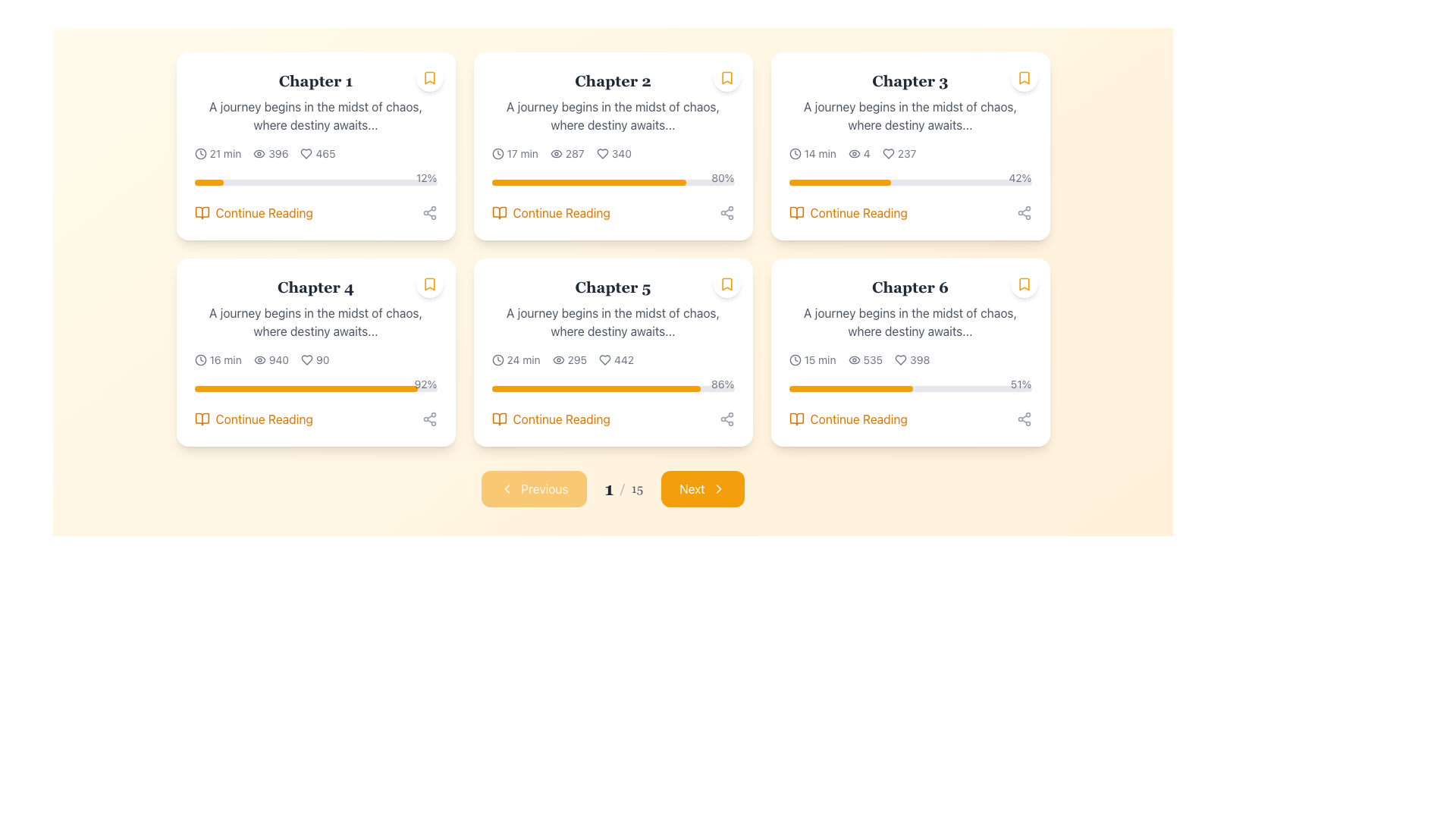 The width and height of the screenshot is (1456, 819). I want to click on the text block with heading and subtitle that provides a preview for Chapter 6, located in the lower right card of the grid layout, so click(910, 308).